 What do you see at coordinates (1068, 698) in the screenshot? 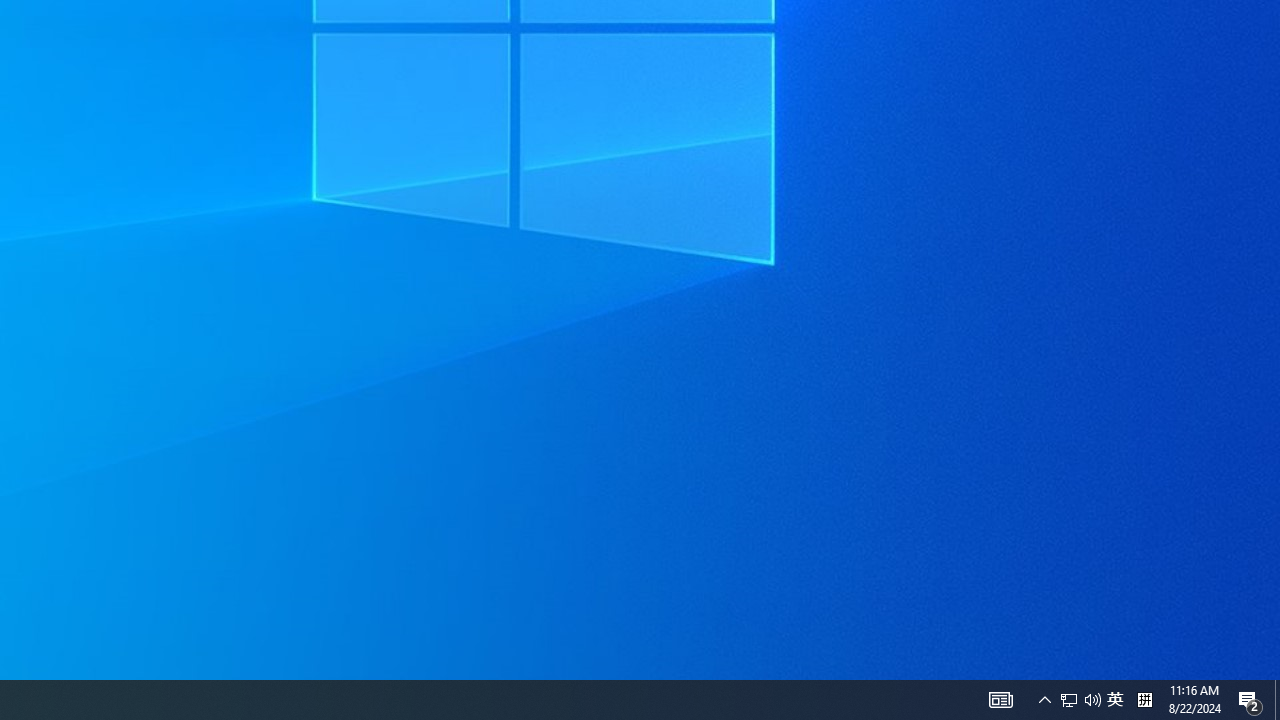
I see `'User Promoted Notification Area'` at bounding box center [1068, 698].